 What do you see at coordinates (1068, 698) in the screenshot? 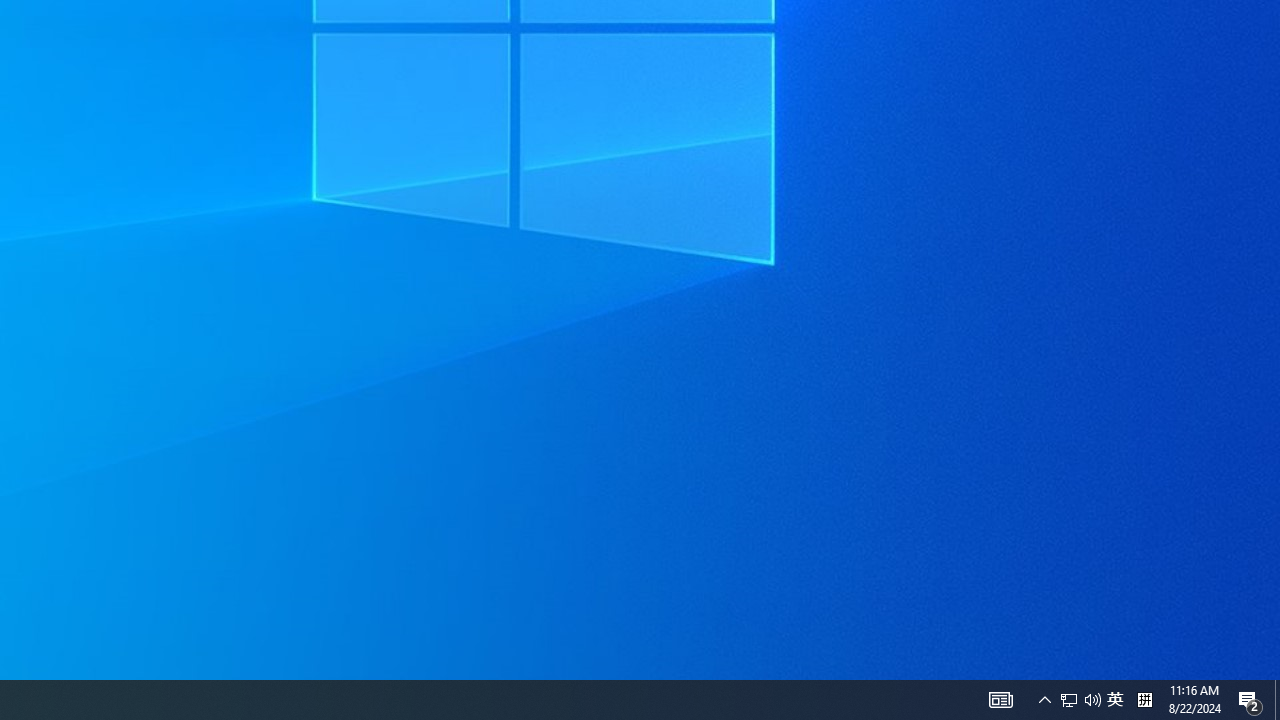
I see `'User Promoted Notification Area'` at bounding box center [1068, 698].